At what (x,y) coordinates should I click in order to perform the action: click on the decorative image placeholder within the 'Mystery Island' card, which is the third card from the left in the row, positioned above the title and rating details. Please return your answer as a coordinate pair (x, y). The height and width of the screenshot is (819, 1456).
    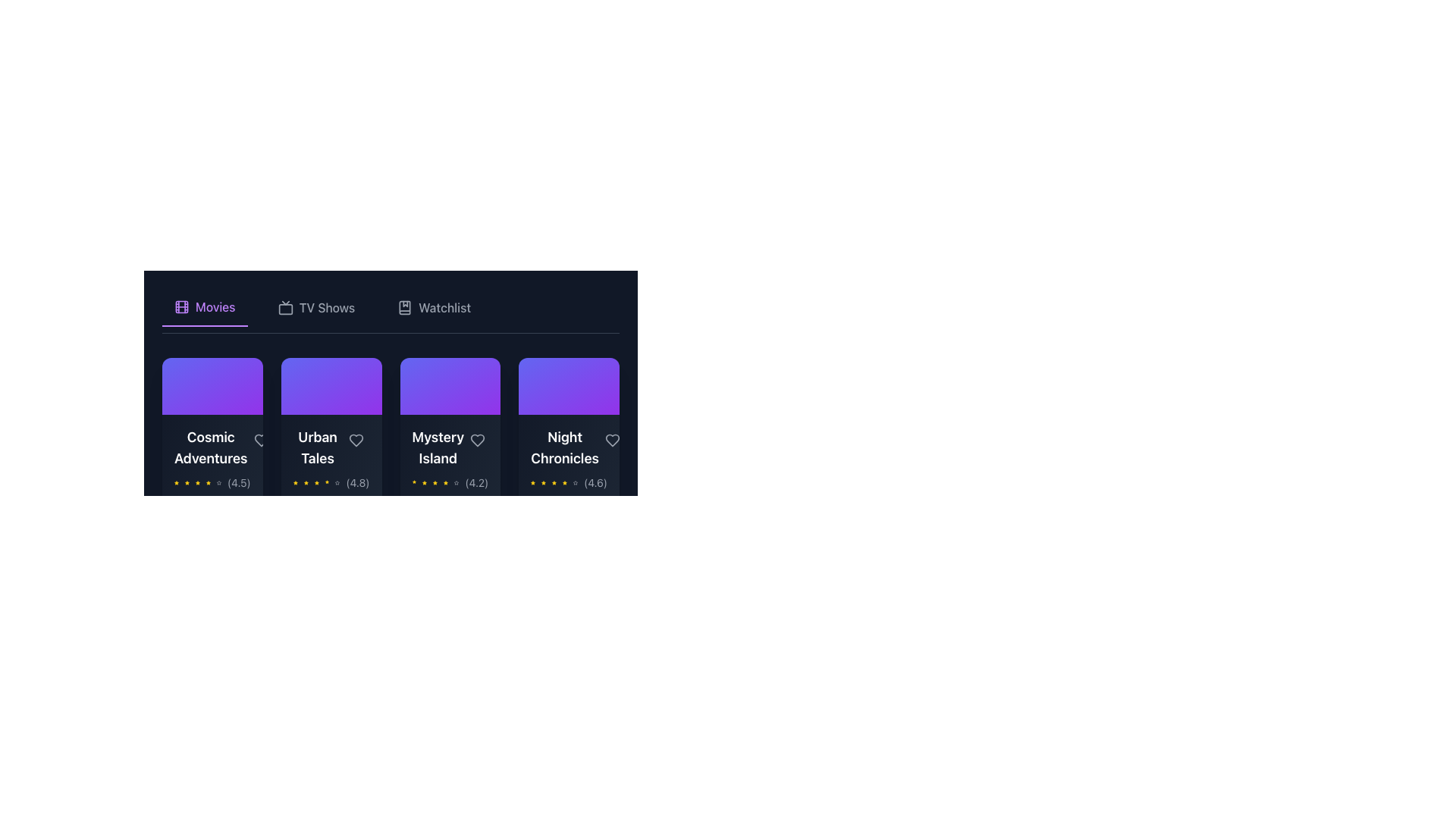
    Looking at the image, I should click on (449, 385).